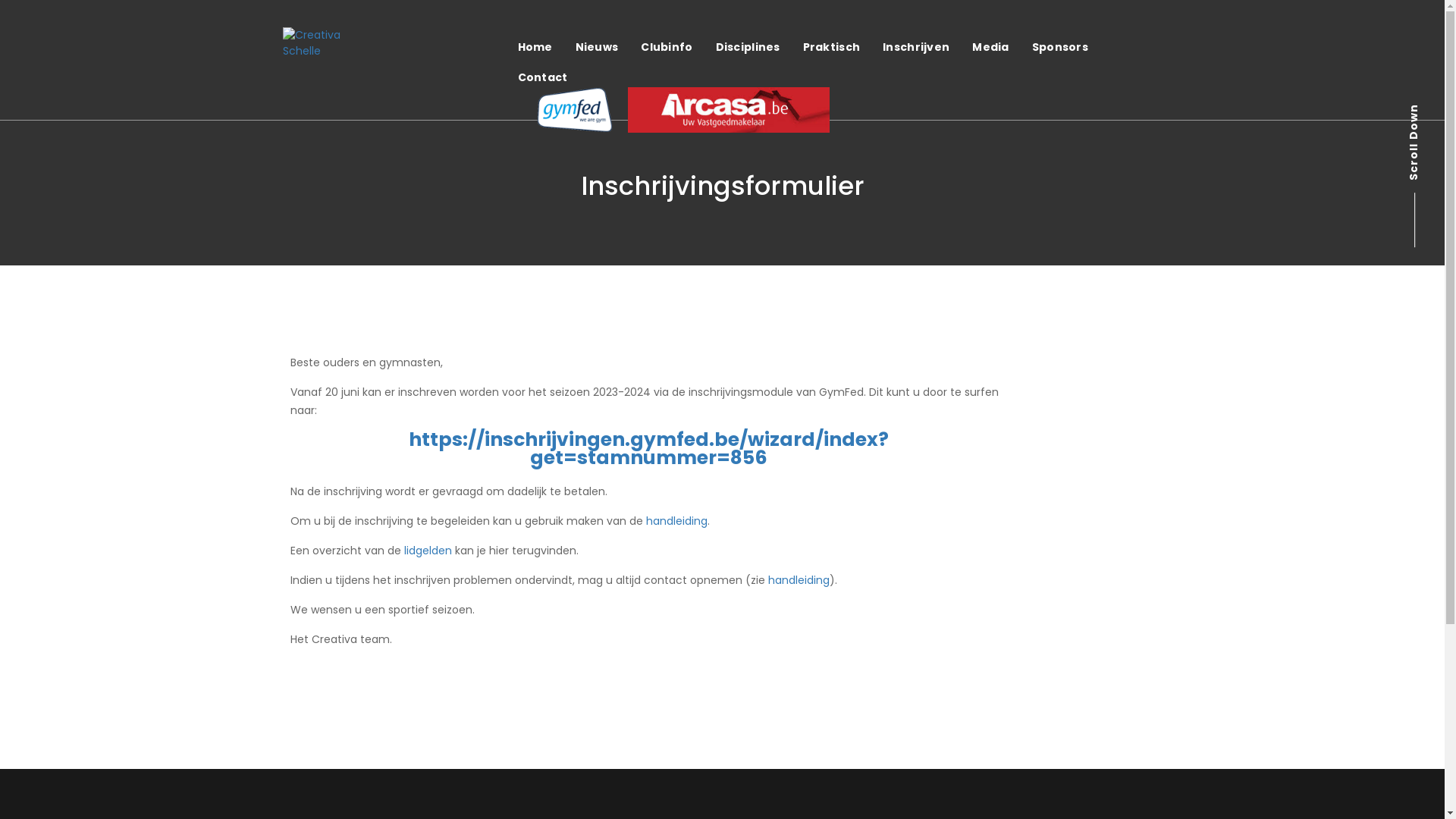 The width and height of the screenshot is (1456, 819). I want to click on 'handleiding', so click(797, 579).